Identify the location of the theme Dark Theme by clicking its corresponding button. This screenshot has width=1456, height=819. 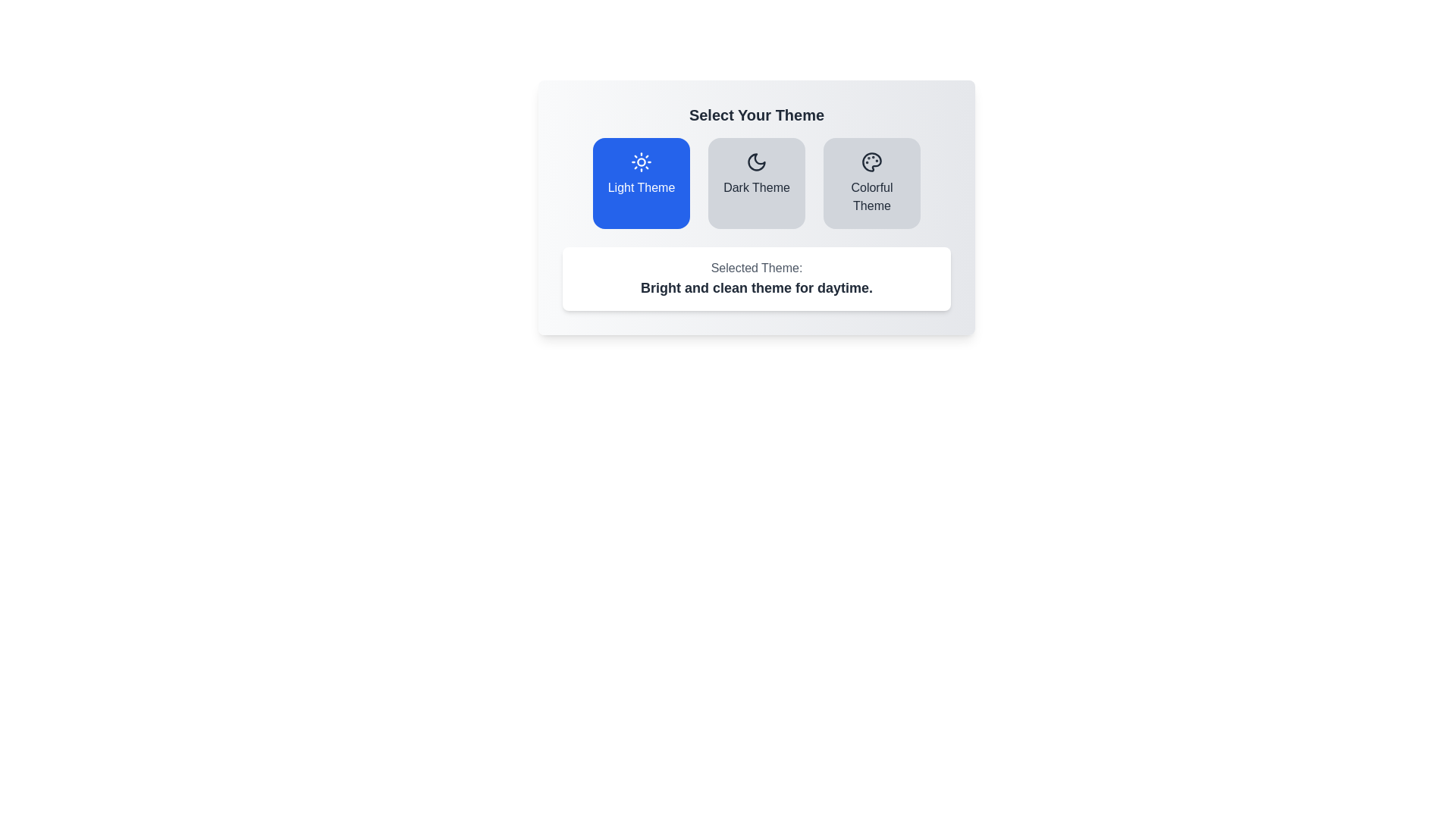
(757, 183).